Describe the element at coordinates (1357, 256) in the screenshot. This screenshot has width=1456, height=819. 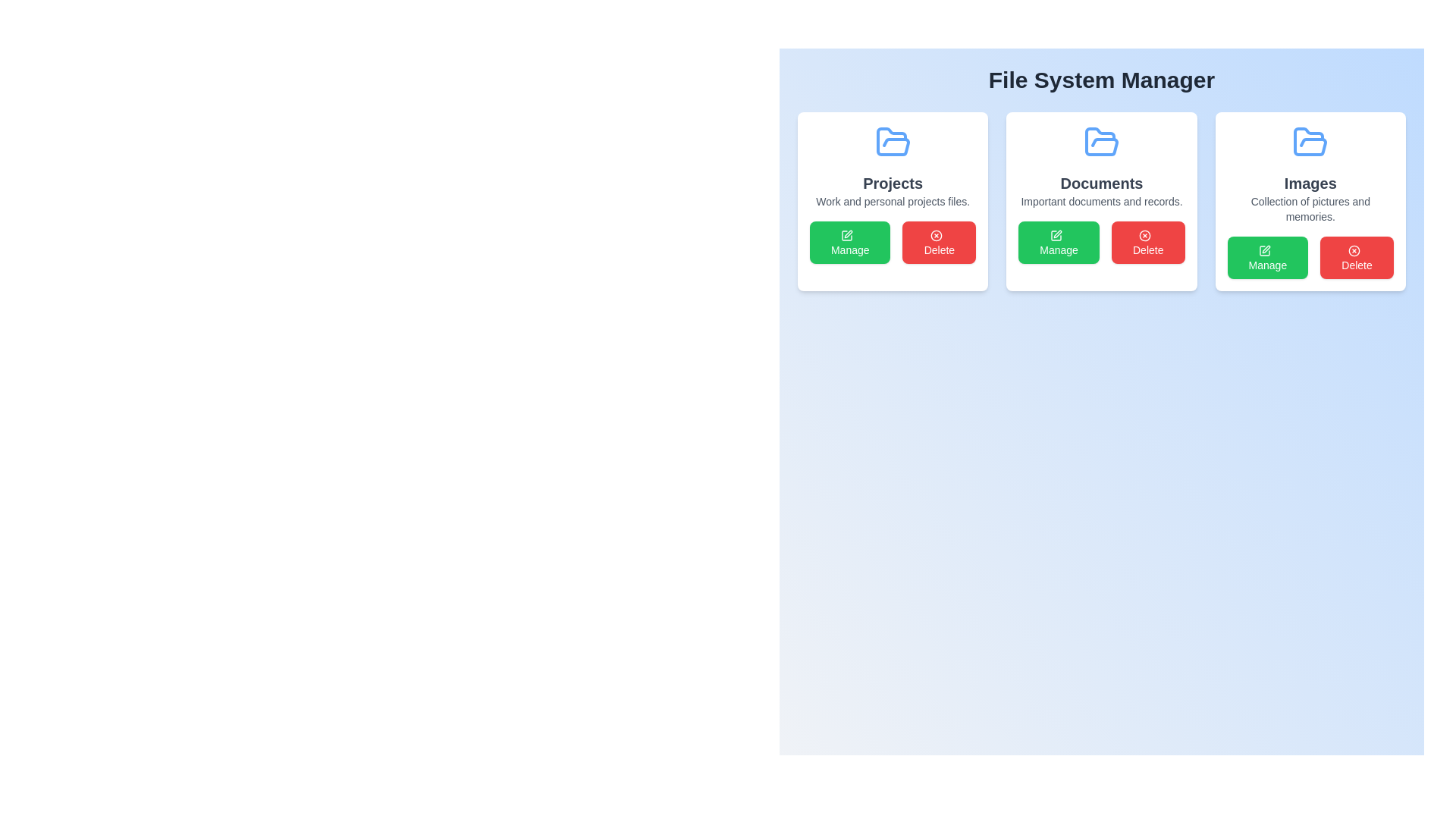
I see `the delete button located to the right of the 'Manage' button below the 'Images' title to observe any interactive effects` at that location.